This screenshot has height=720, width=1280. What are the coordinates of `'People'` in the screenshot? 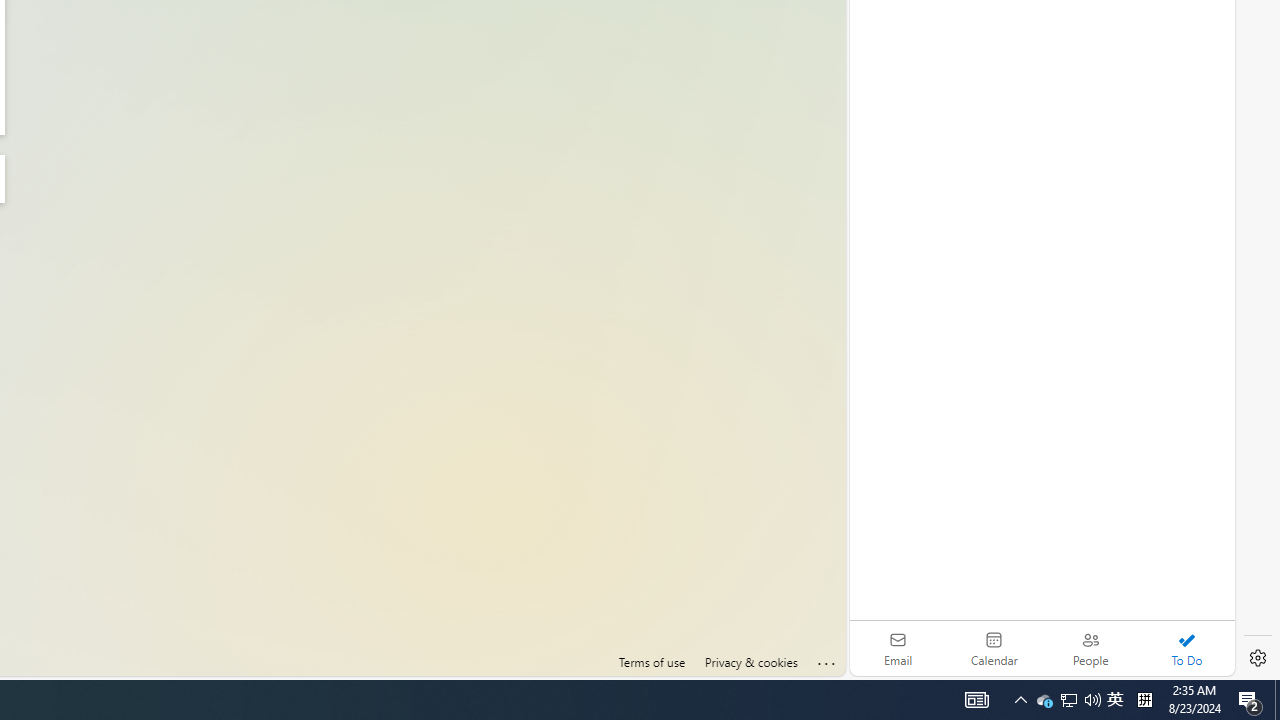 It's located at (1089, 648).